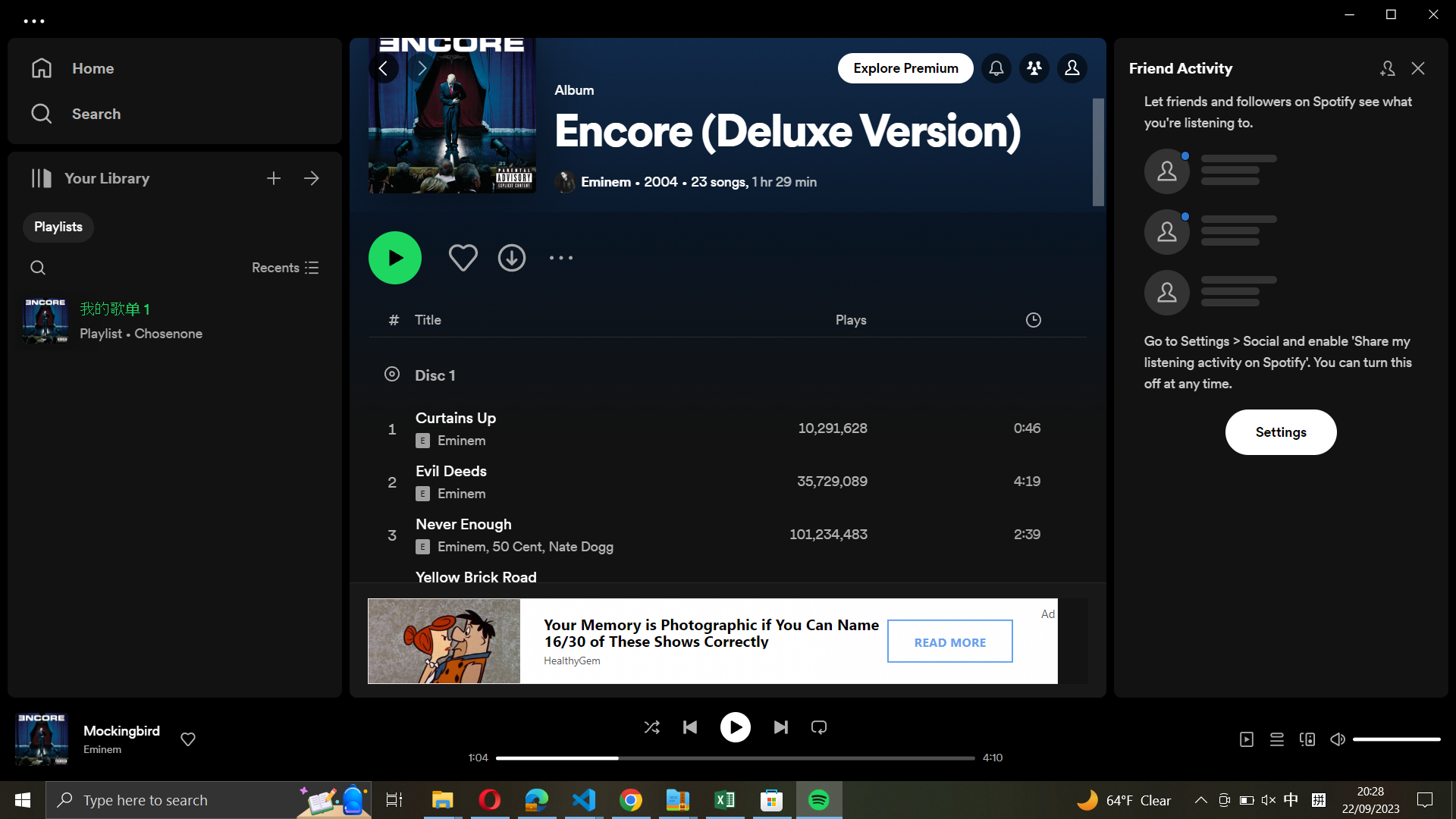 The image size is (1456, 819). What do you see at coordinates (513, 255) in the screenshot?
I see `the download for the playlist` at bounding box center [513, 255].